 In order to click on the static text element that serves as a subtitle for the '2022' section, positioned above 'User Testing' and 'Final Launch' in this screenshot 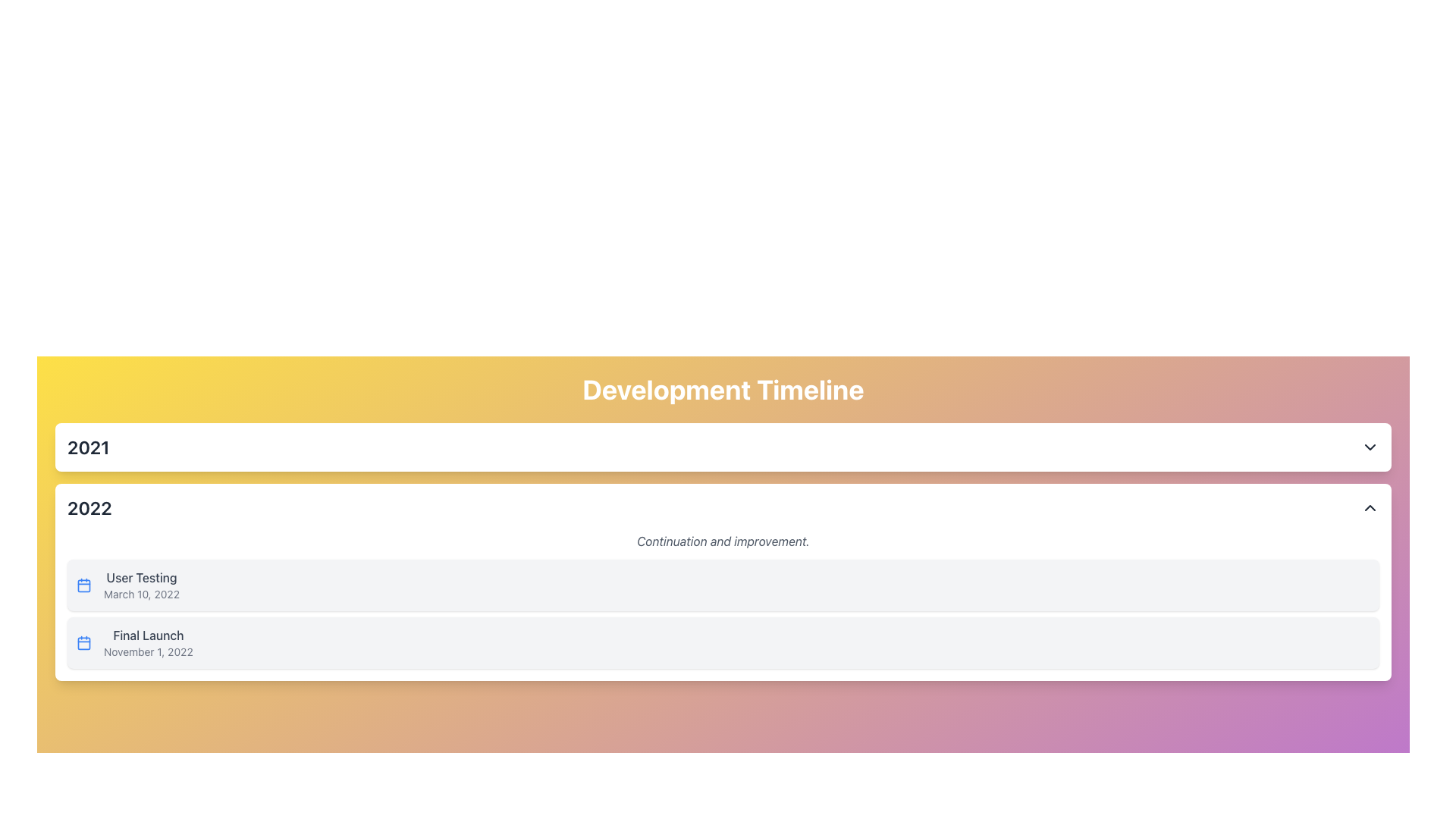, I will do `click(723, 540)`.